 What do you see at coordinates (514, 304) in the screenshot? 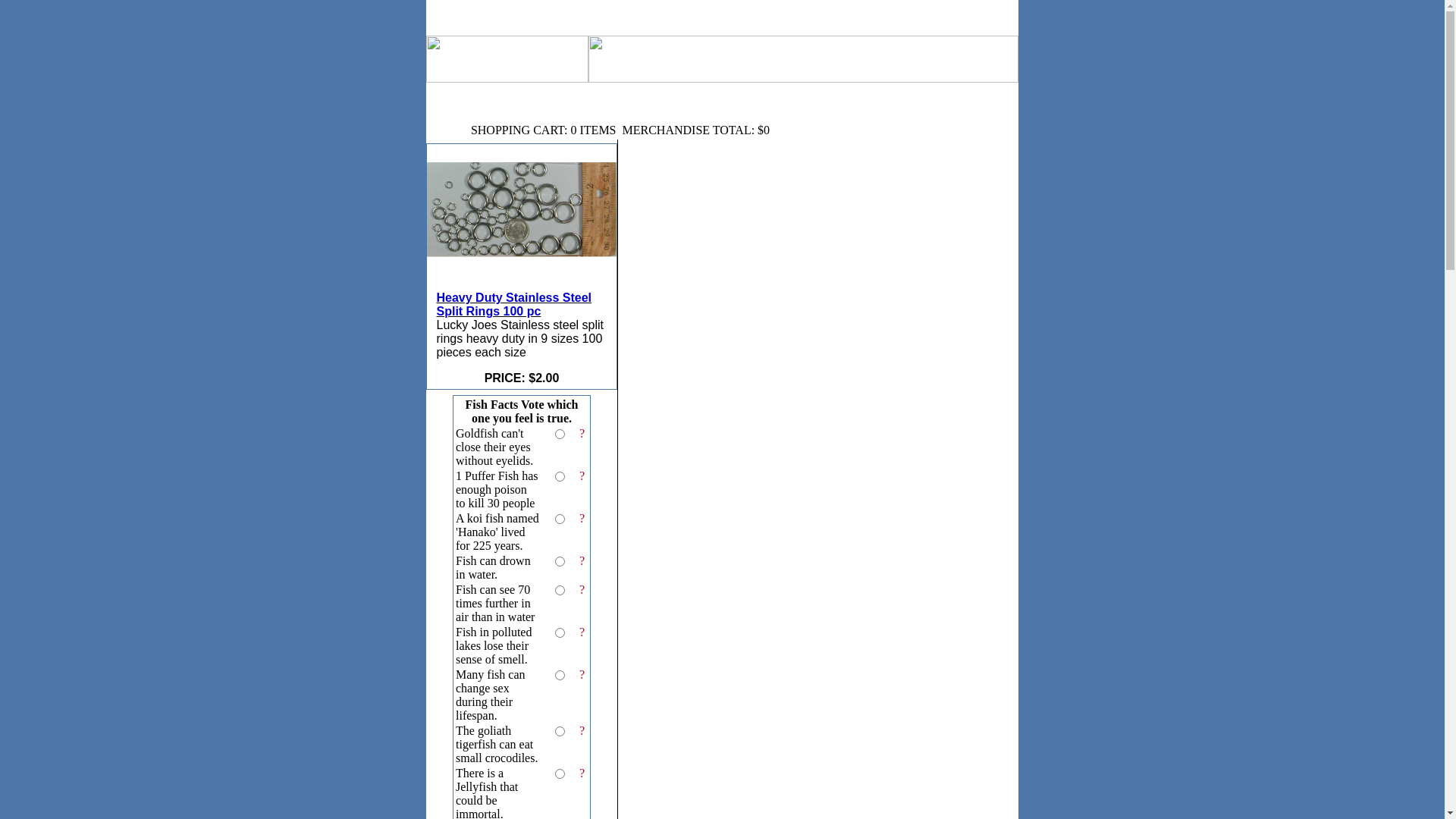
I see `'Heavy Duty Stainless Steel Split Rings 100 pc'` at bounding box center [514, 304].